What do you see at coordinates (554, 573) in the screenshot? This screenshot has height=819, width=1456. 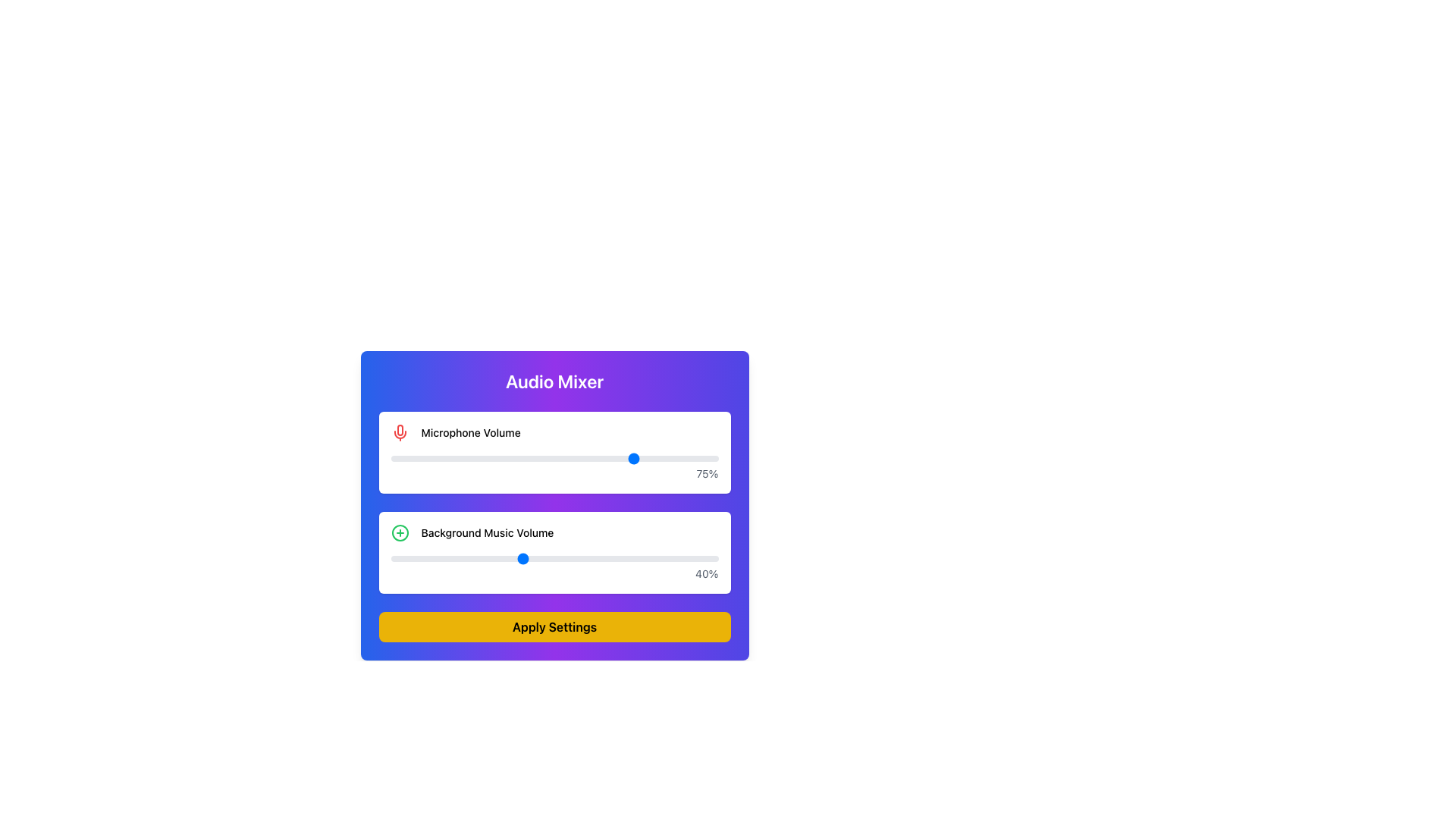 I see `the static text displaying '40%' in gray tone, located in the 'Background Music Volume' section, adjacent to the volume control slider` at bounding box center [554, 573].